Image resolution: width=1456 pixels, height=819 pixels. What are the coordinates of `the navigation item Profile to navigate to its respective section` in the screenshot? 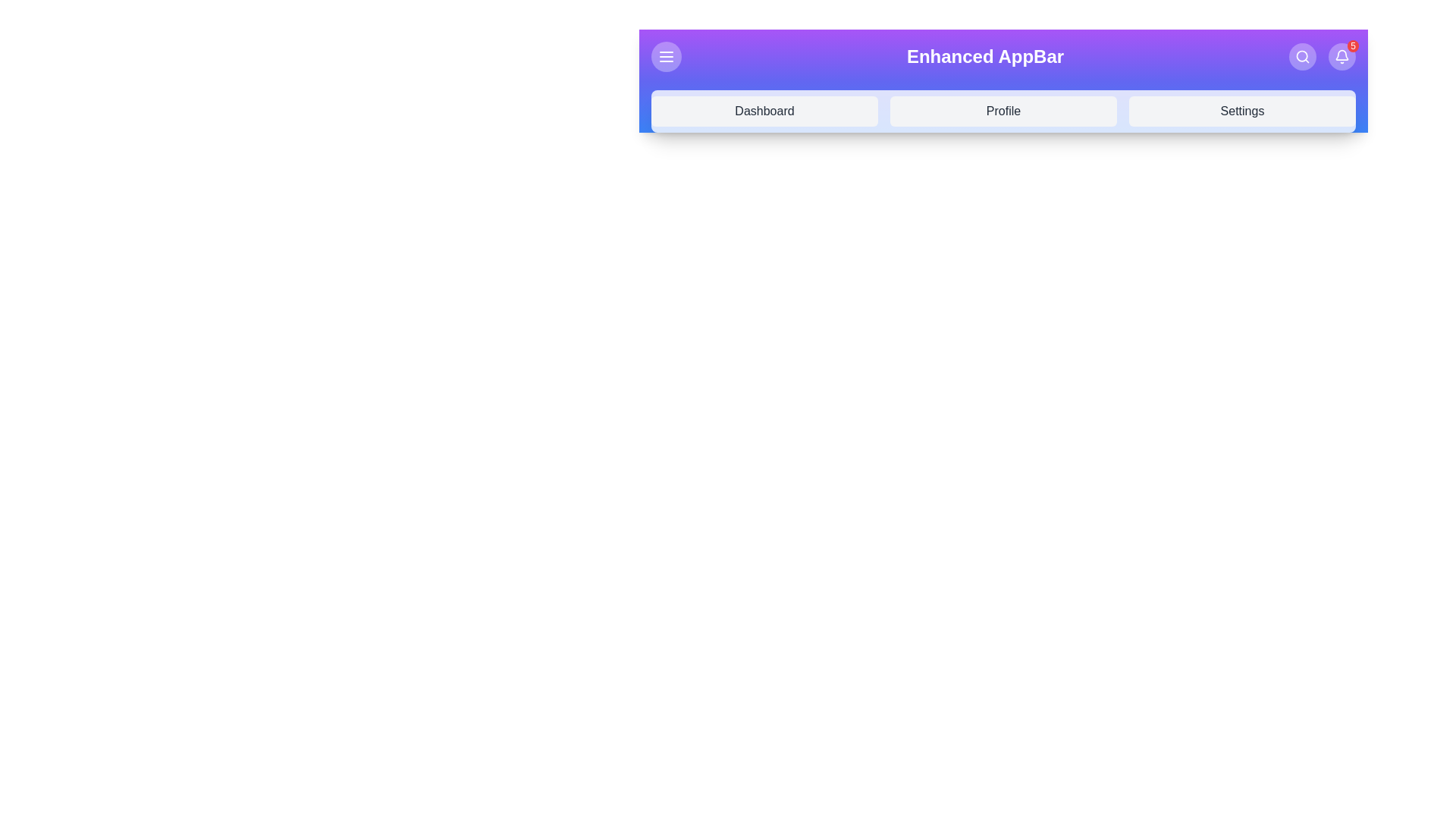 It's located at (1003, 110).